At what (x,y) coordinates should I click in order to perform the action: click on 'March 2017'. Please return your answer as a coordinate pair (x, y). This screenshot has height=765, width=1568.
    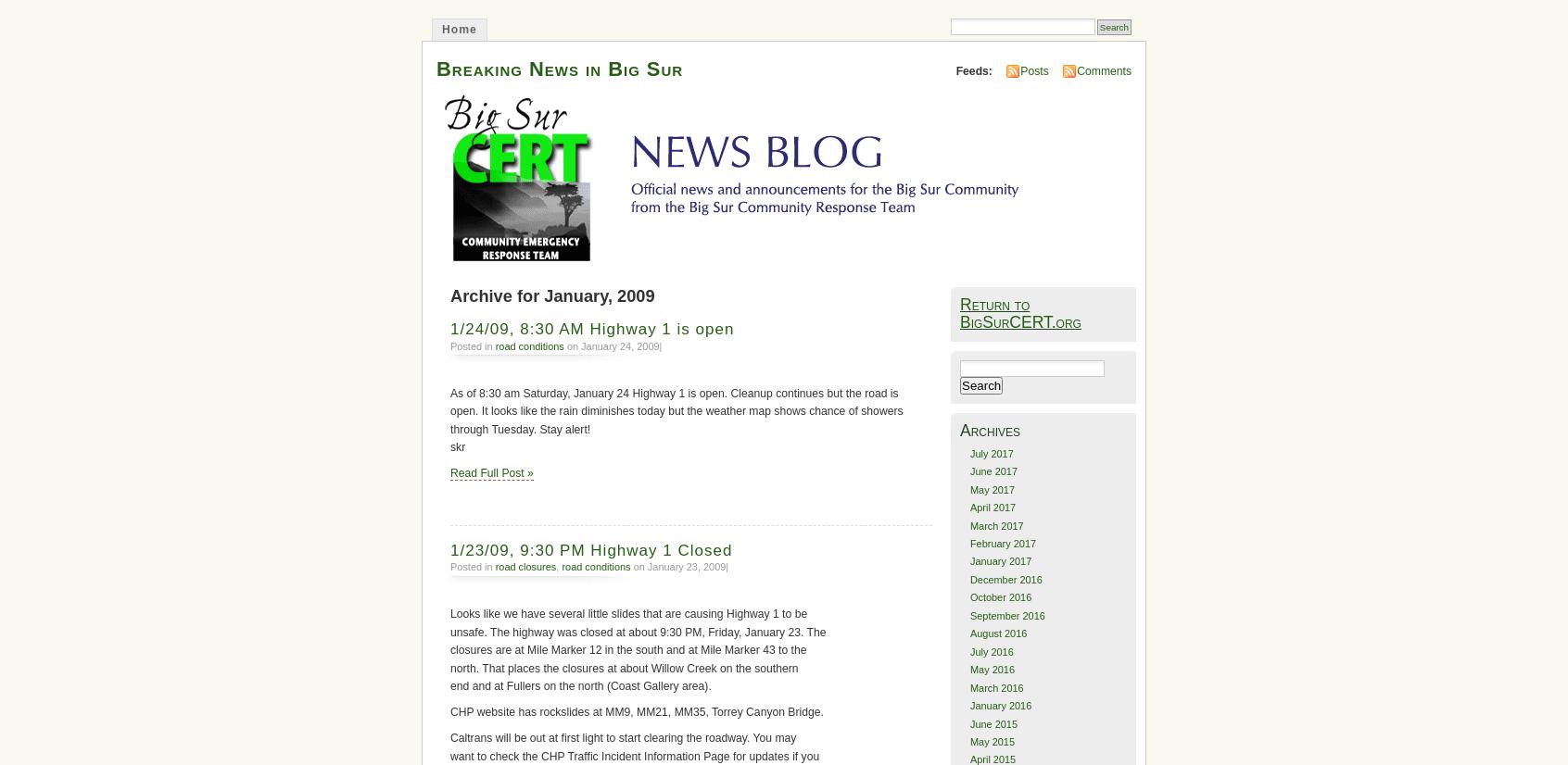
    Looking at the image, I should click on (967, 523).